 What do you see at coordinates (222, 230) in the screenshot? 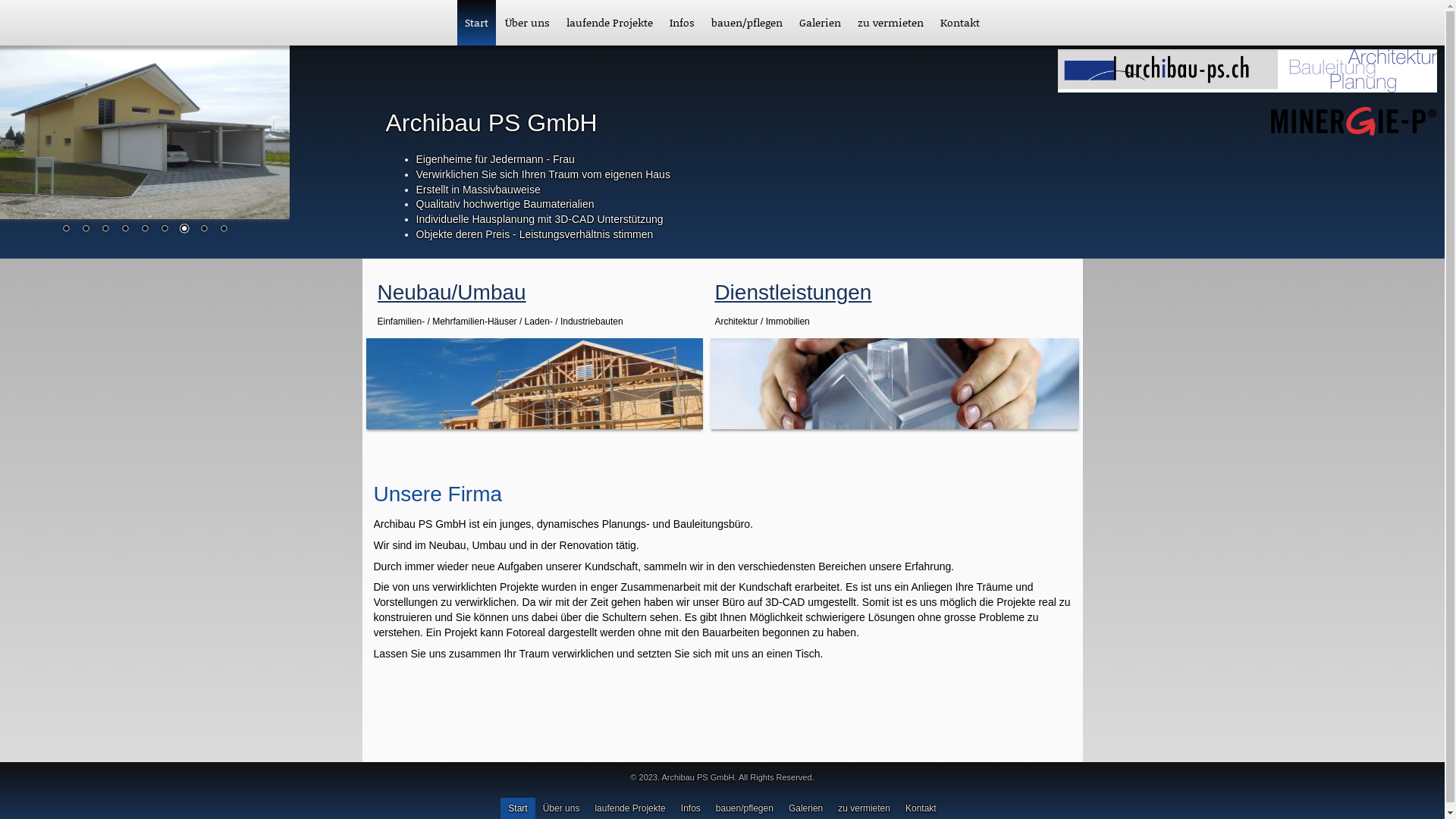
I see `'9'` at bounding box center [222, 230].